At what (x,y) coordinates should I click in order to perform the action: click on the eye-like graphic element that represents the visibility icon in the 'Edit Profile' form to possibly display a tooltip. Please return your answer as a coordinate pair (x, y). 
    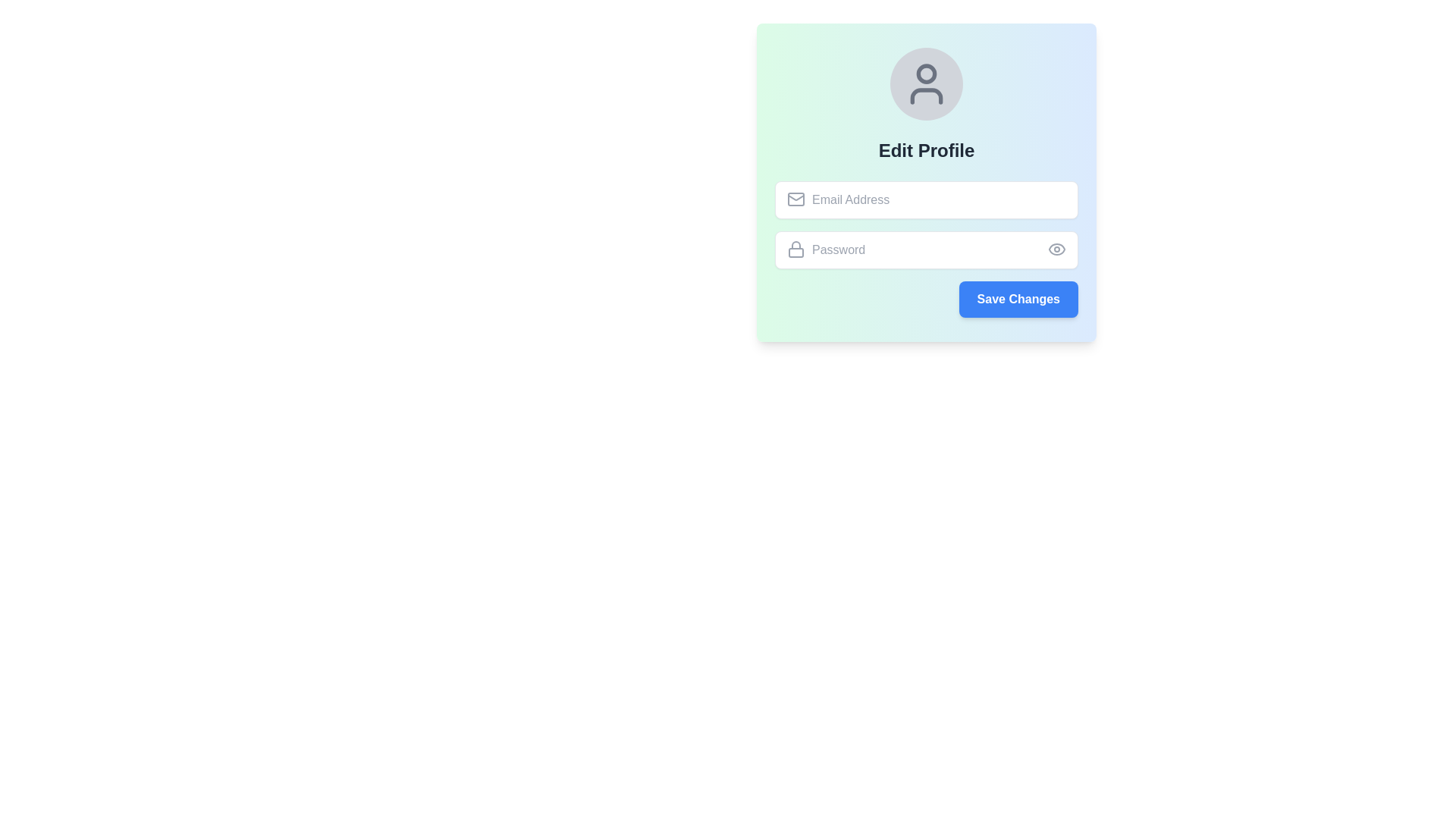
    Looking at the image, I should click on (1056, 248).